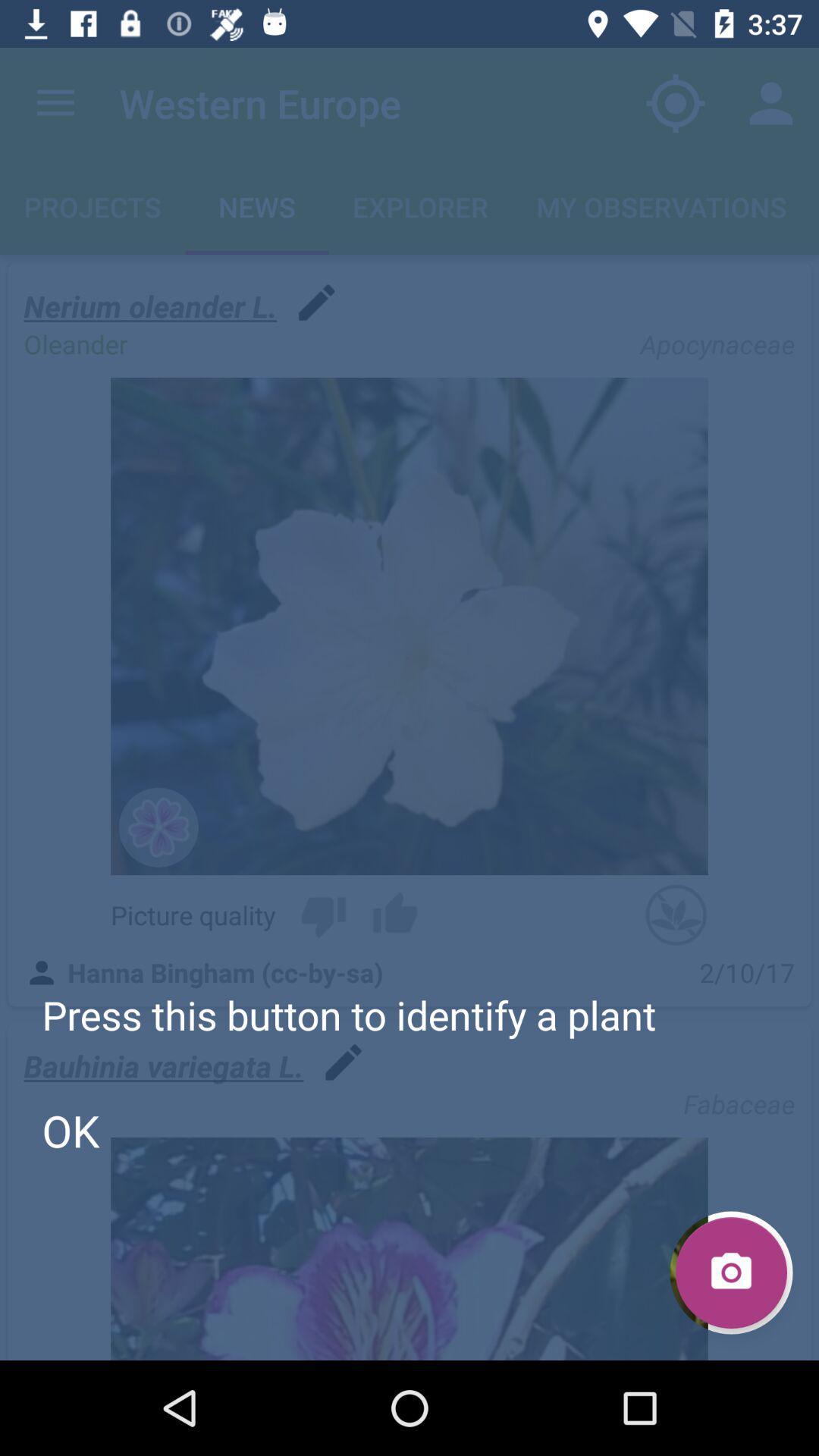 This screenshot has width=819, height=1456. I want to click on the icon above the 2/10/17 icon, so click(675, 914).